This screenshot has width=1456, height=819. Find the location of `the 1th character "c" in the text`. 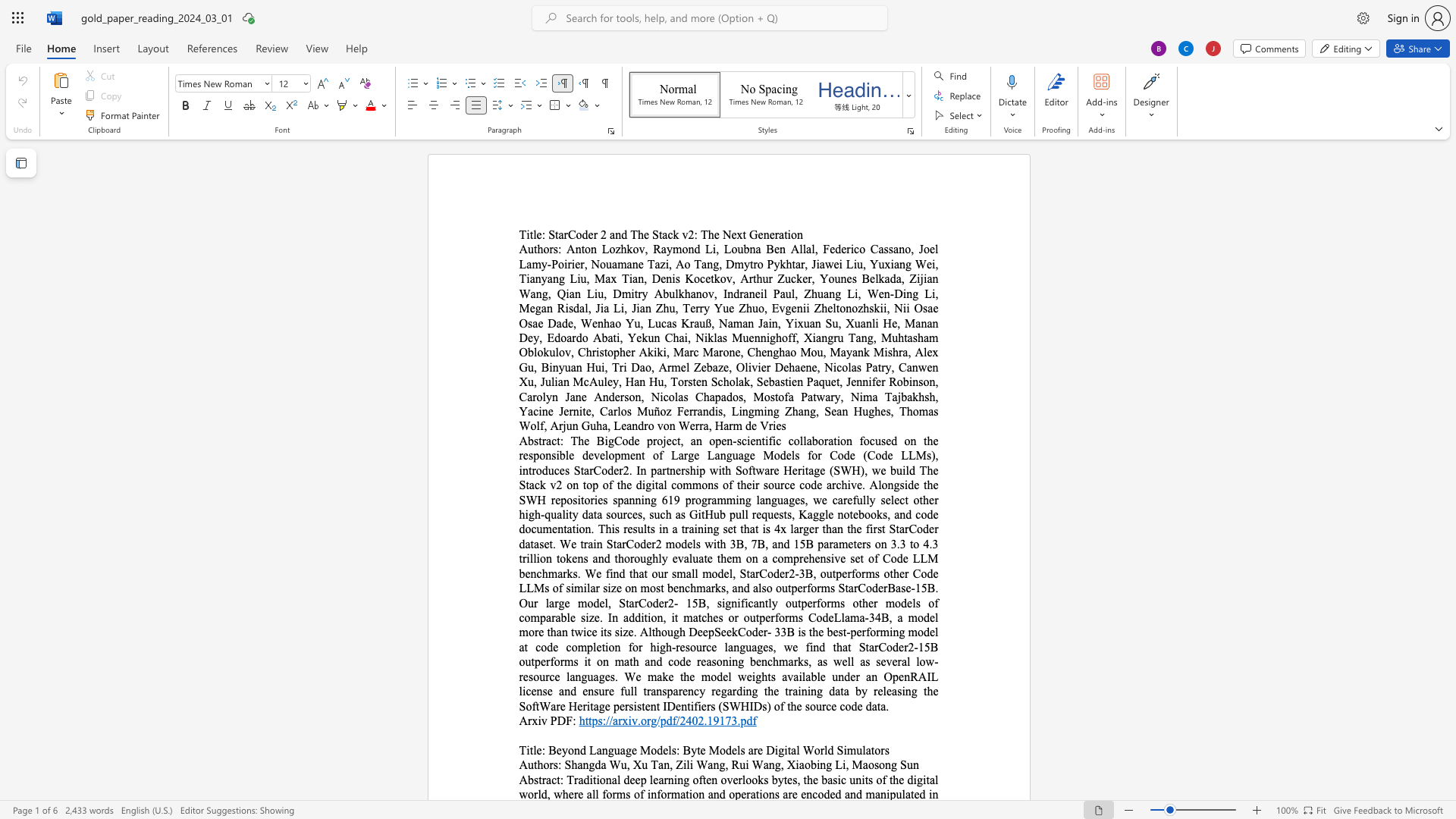

the 1th character "c" in the text is located at coordinates (856, 248).